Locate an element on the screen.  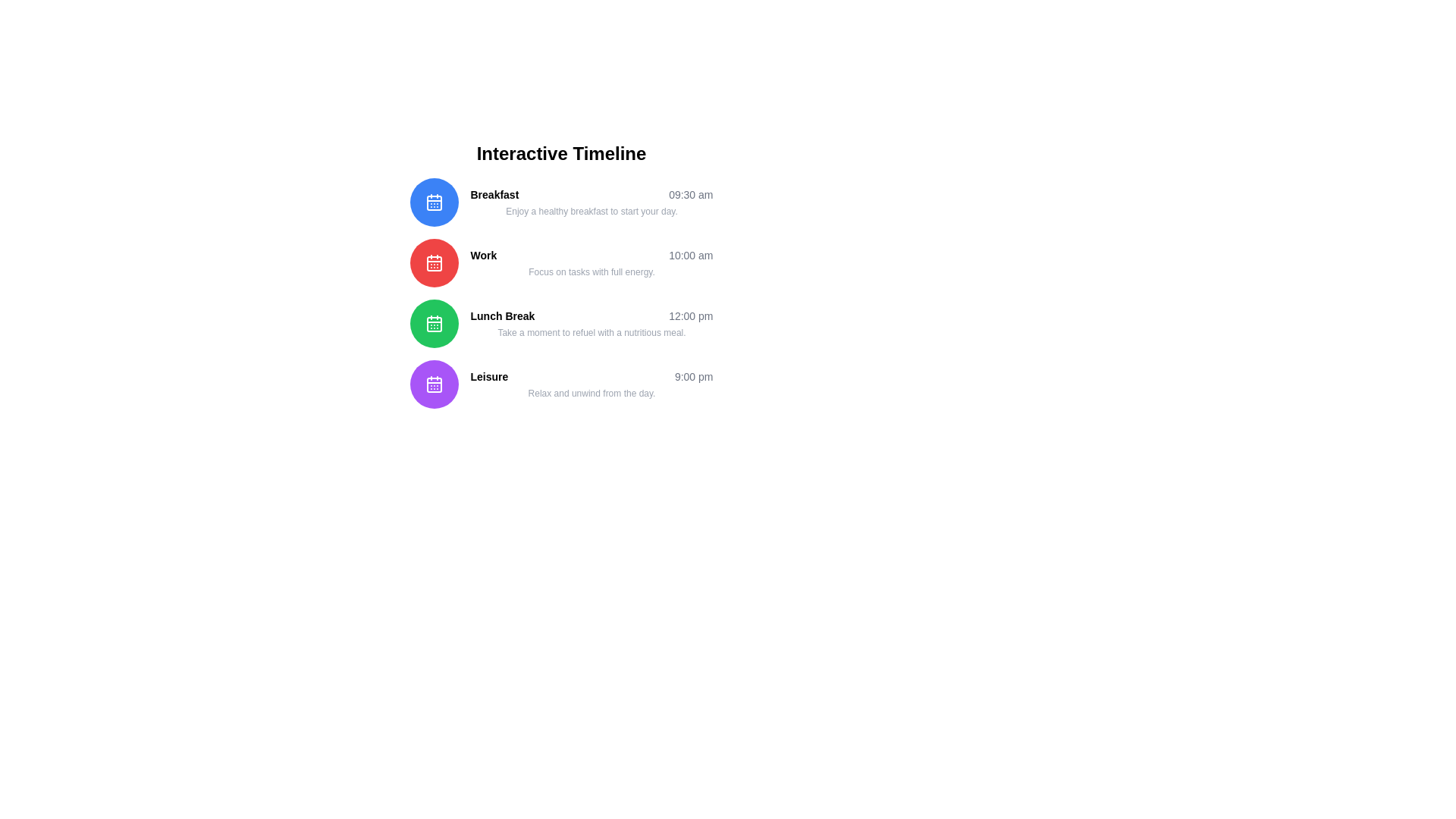
the 'Leisure' activity icon, which is the leftmost component in the timeline's 'Leisure' section is located at coordinates (433, 383).